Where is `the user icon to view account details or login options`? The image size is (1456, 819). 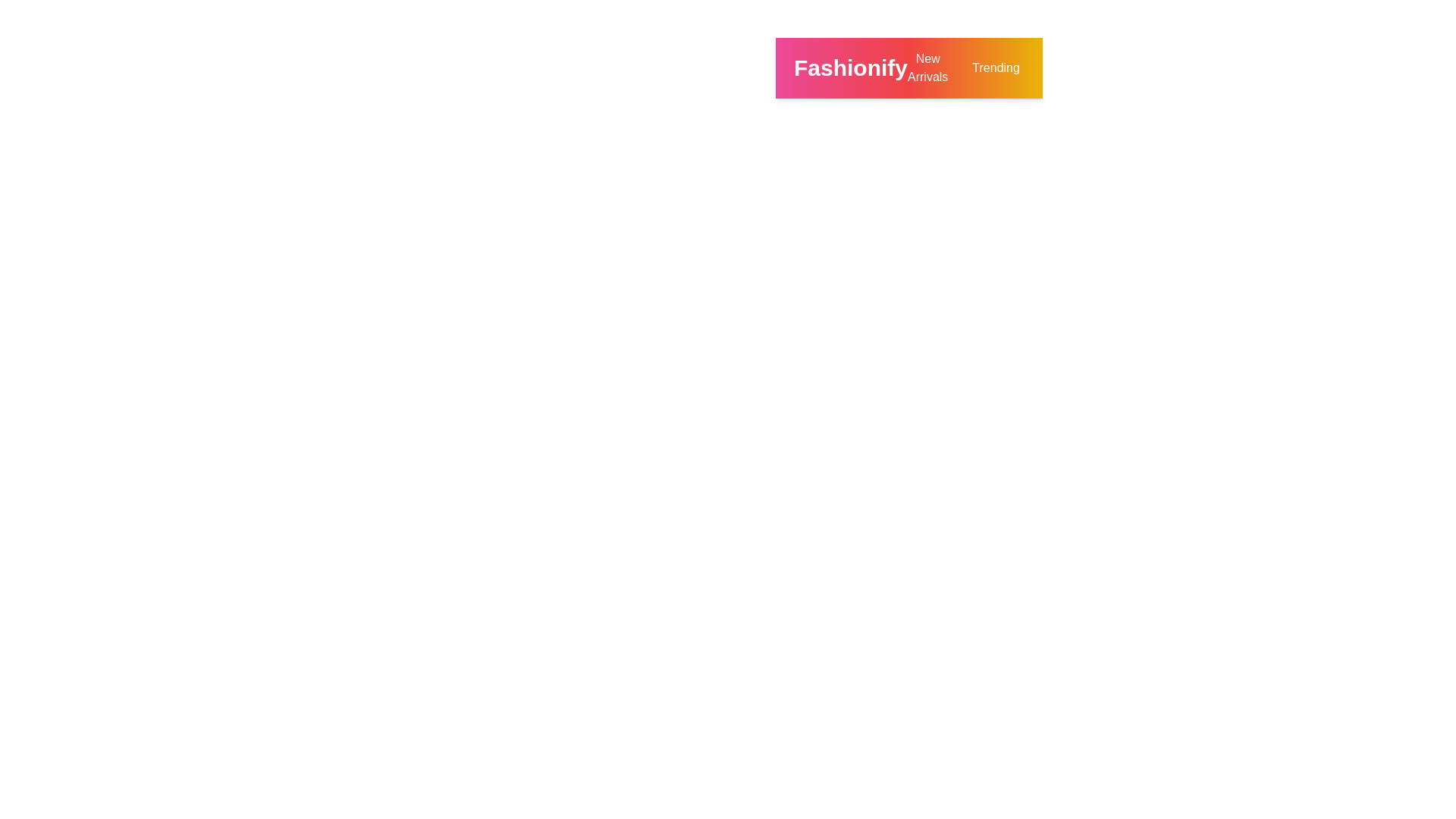
the user icon to view account details or login options is located at coordinates (1241, 67).